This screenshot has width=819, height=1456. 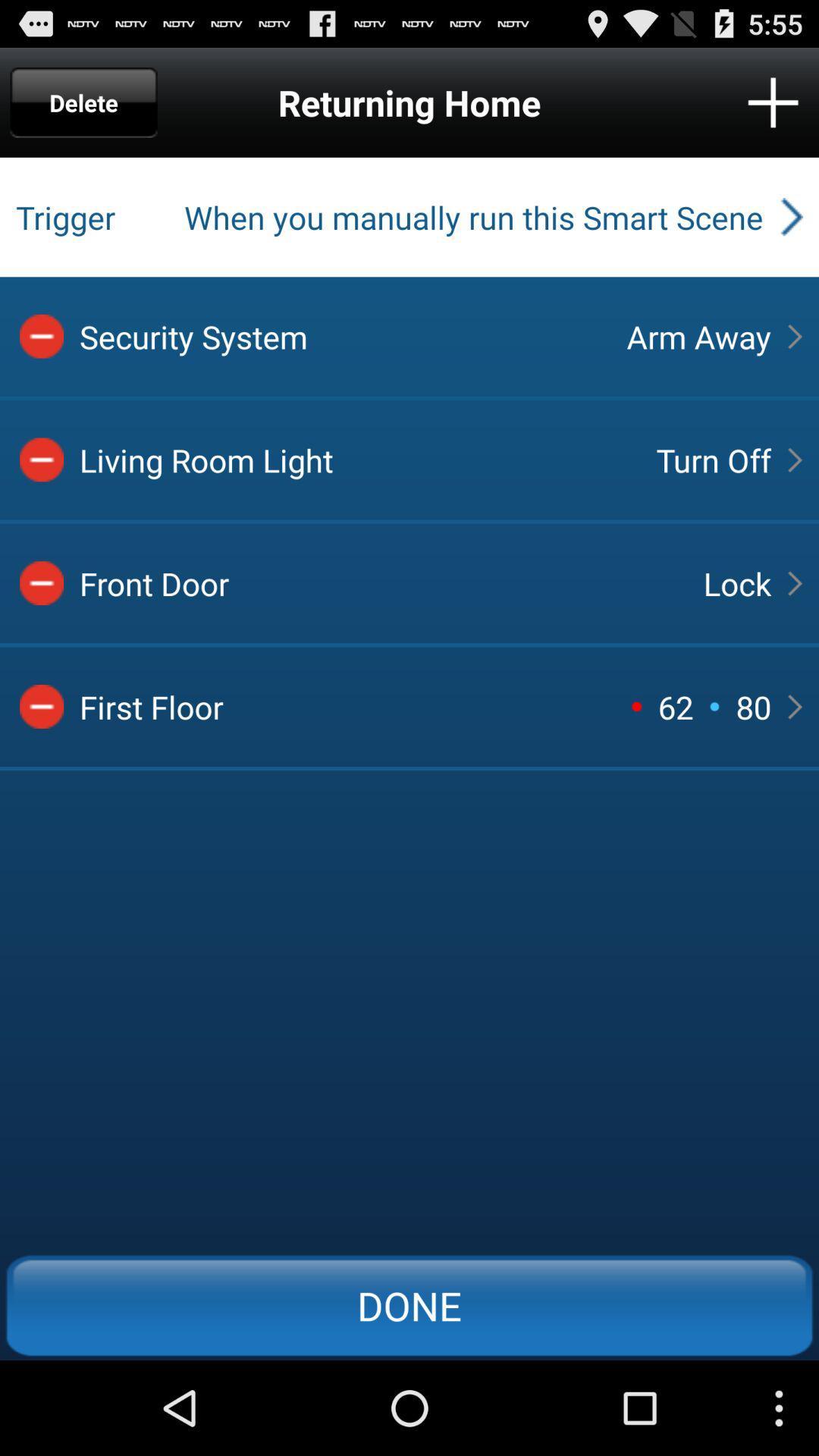 I want to click on 62 item, so click(x=675, y=706).